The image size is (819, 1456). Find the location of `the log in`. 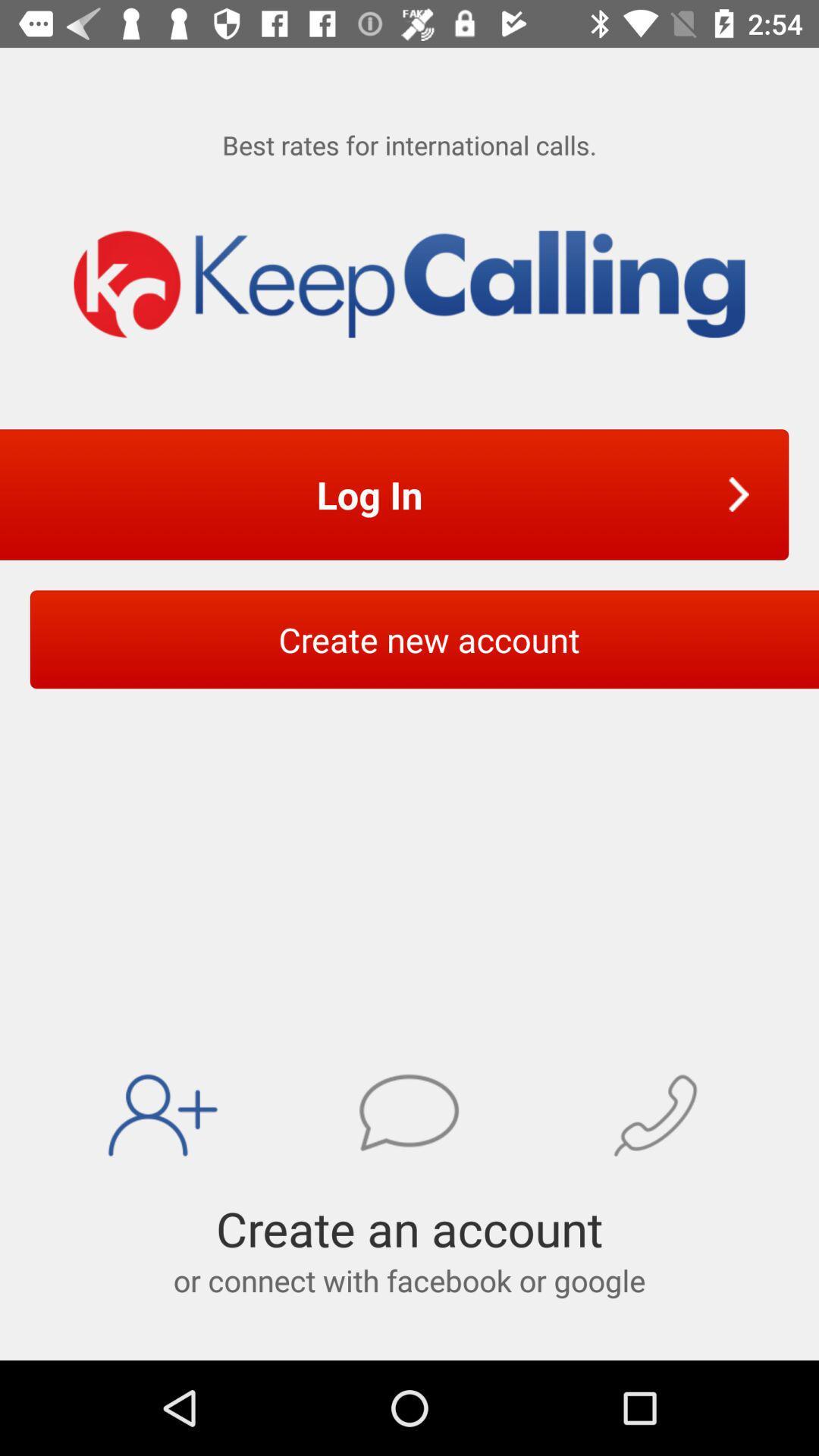

the log in is located at coordinates (374, 494).